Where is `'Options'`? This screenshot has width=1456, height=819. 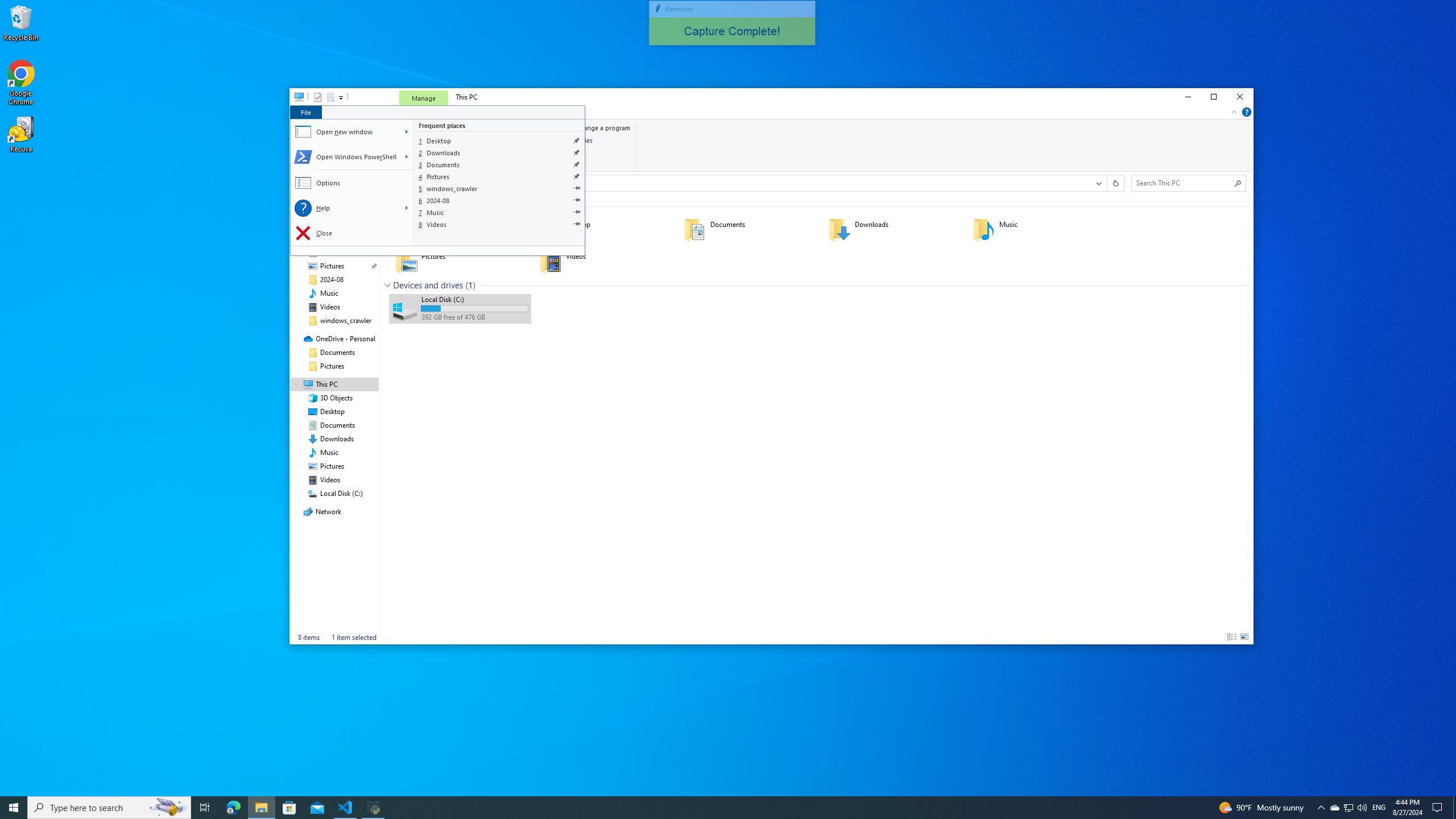 'Options' is located at coordinates (352, 183).